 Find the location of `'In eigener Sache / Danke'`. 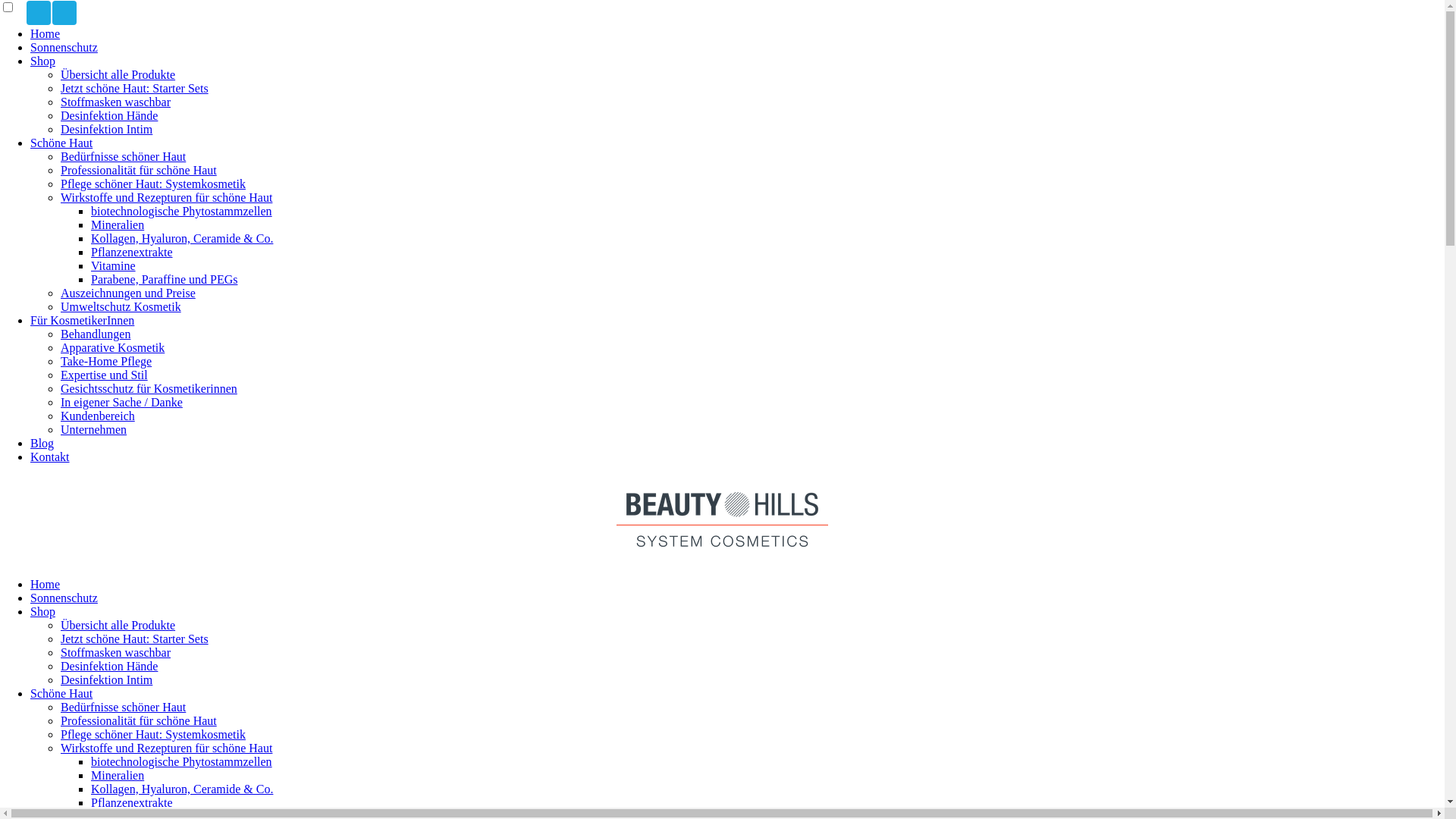

'In eigener Sache / Danke' is located at coordinates (121, 401).